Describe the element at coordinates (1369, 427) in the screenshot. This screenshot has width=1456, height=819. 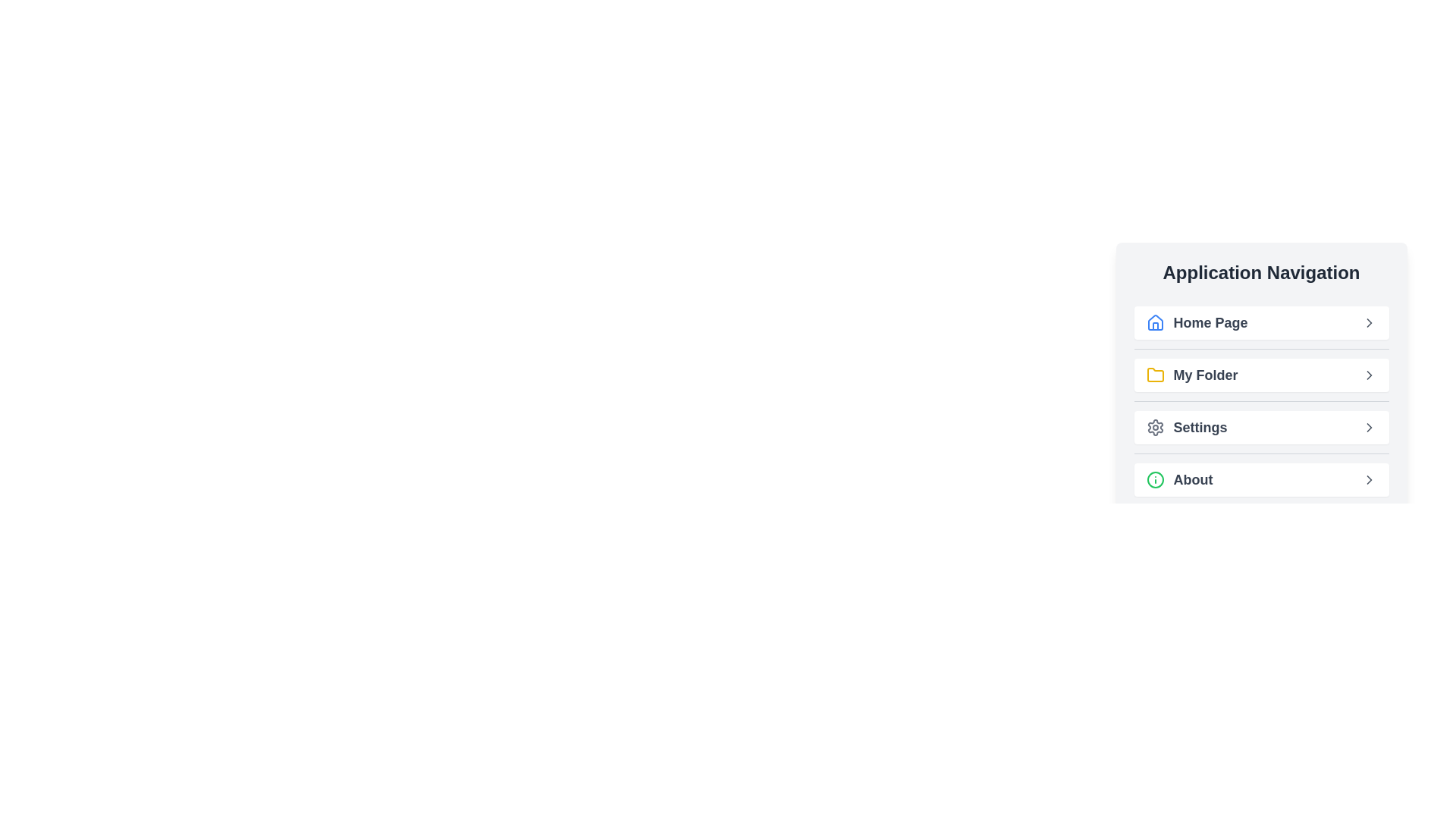
I see `the Chevron Icon located at the far-right of the 'Settings' row in the 'Application Navigation' menu, which indicates a forward navigation option to the settings page` at that location.